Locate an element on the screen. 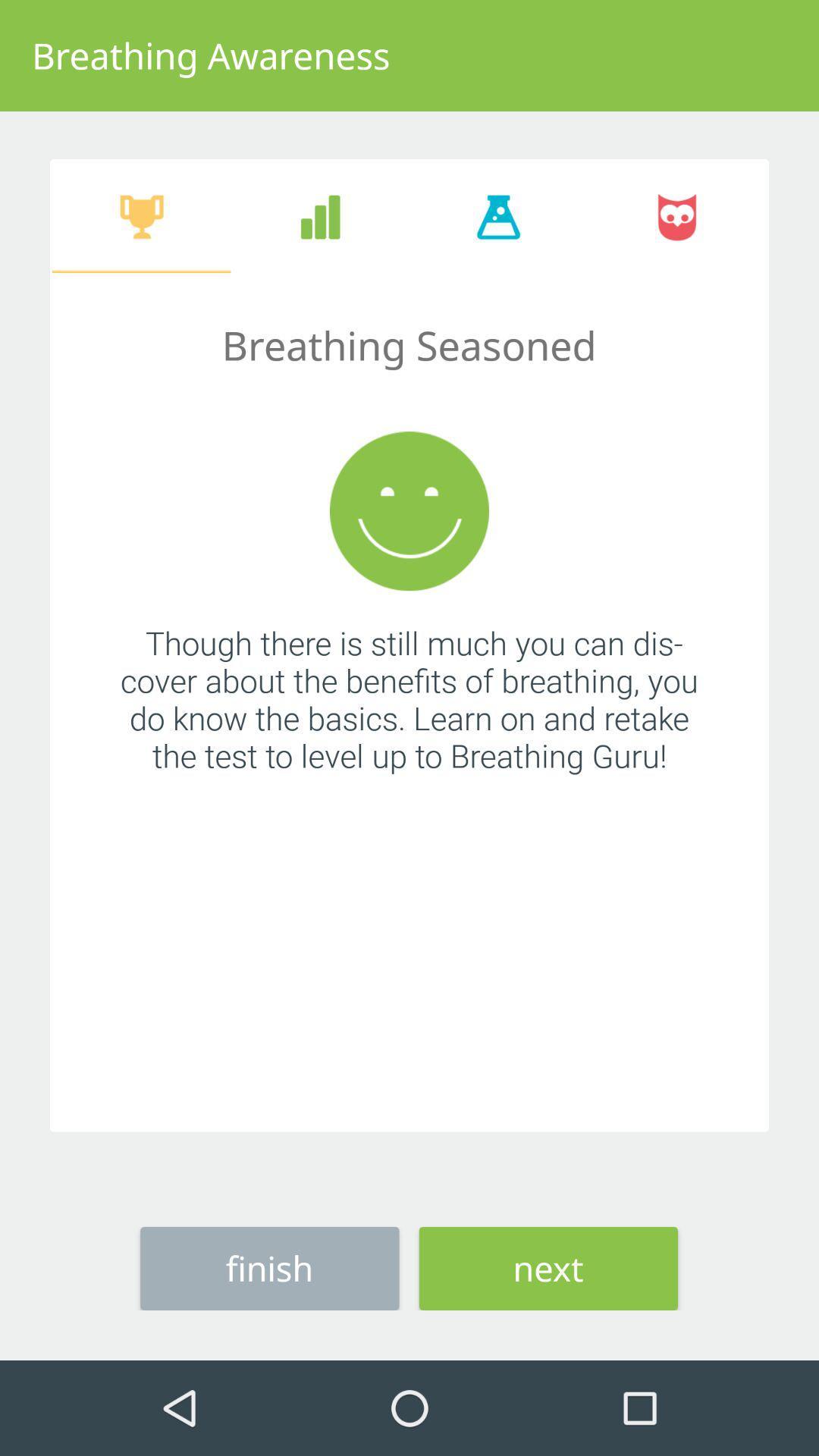 This screenshot has height=1456, width=819. icon to the left of the next button is located at coordinates (268, 1268).